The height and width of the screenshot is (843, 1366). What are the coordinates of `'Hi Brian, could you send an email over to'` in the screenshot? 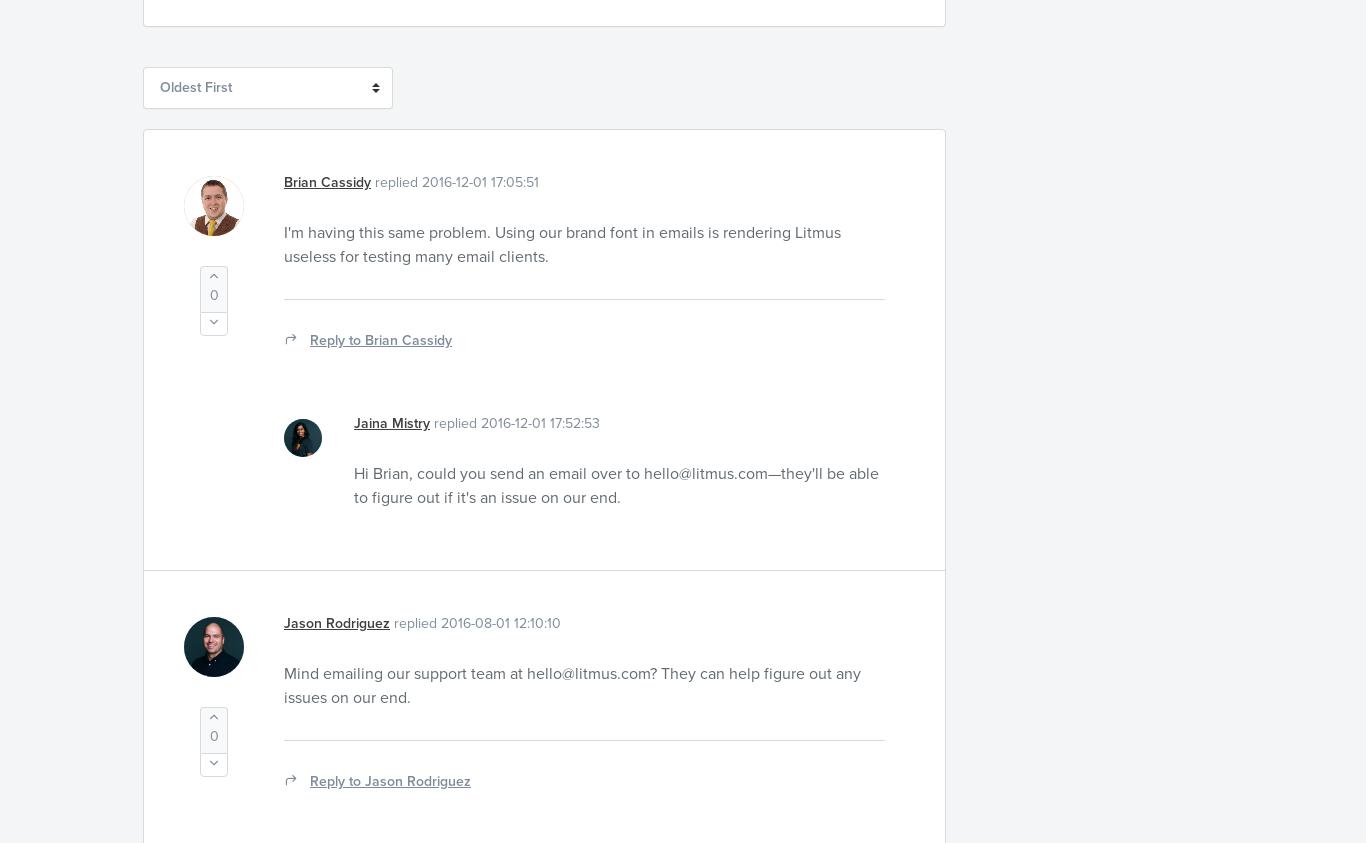 It's located at (498, 473).